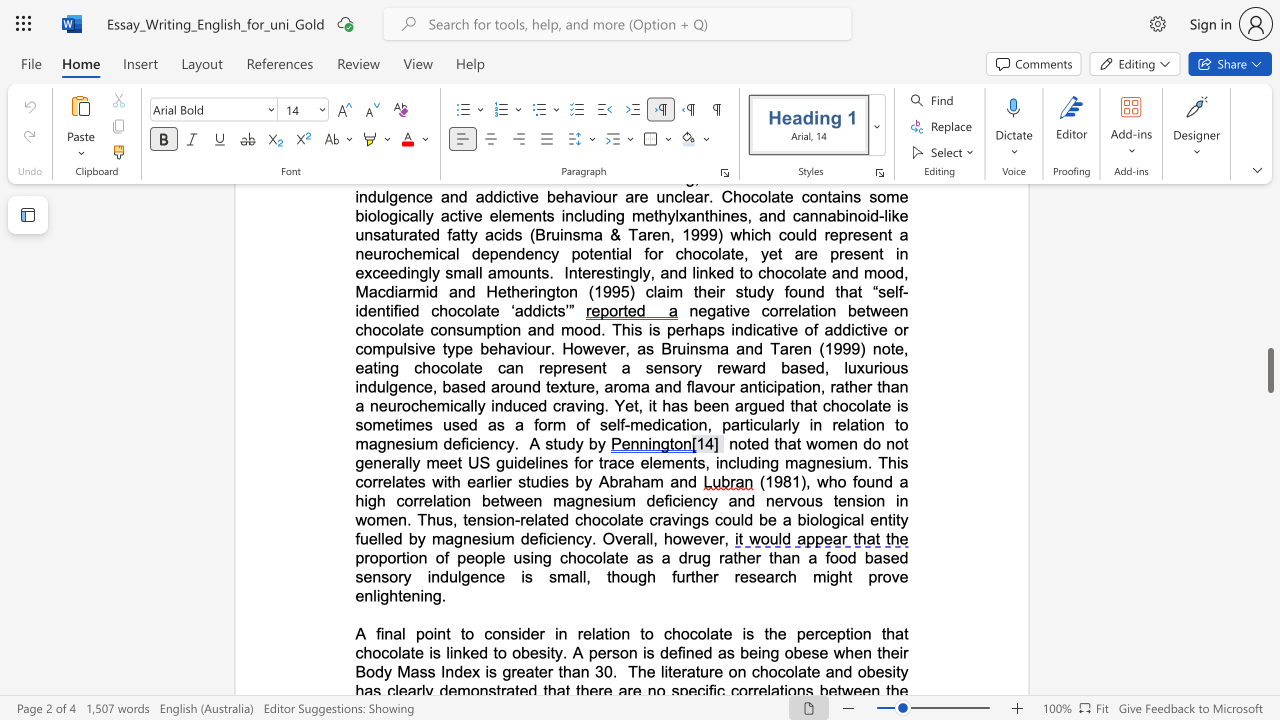 This screenshot has width=1280, height=720. I want to click on the scrollbar to slide the page up, so click(1269, 310).